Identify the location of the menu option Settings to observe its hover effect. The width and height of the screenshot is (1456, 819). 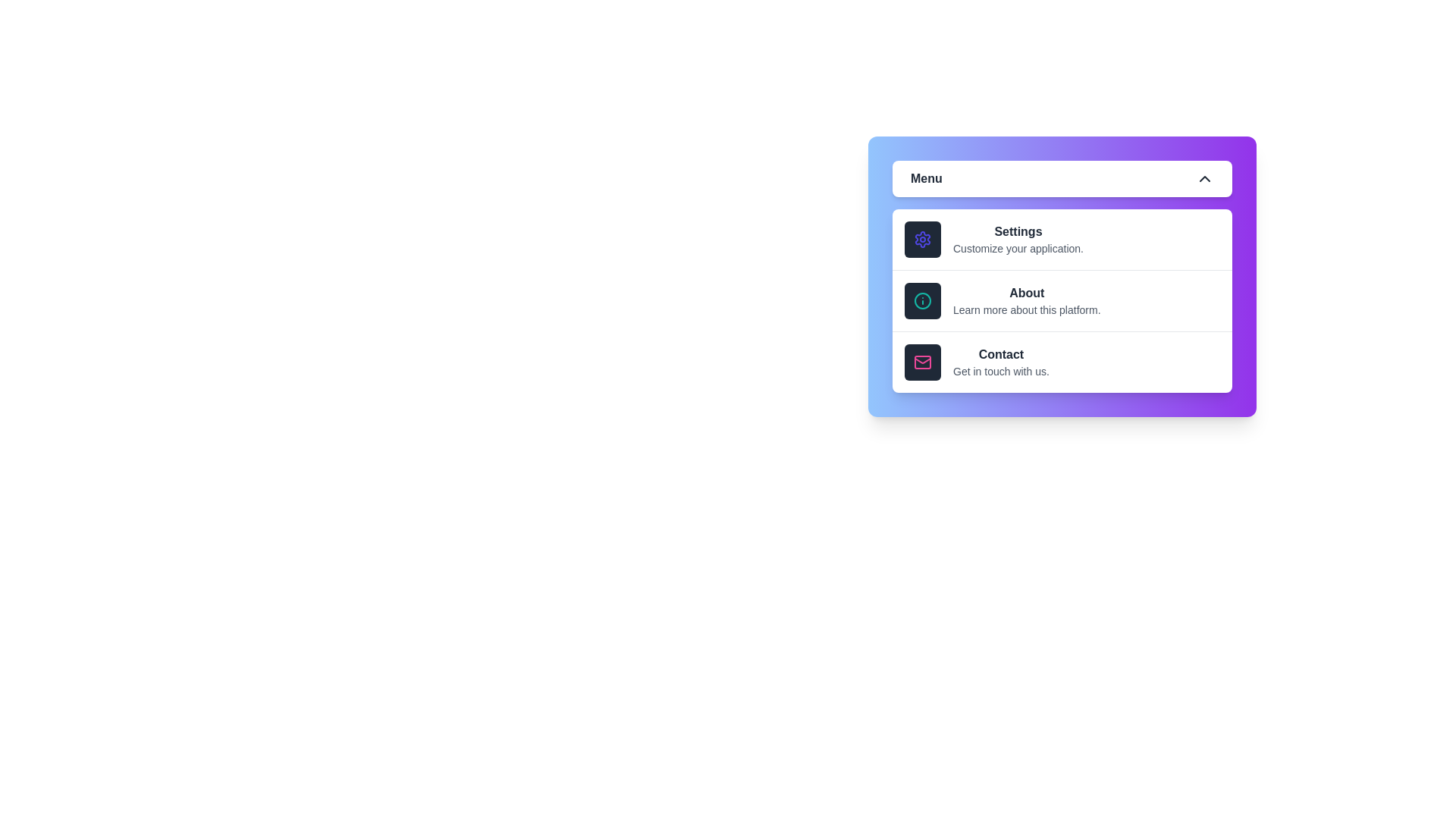
(1062, 239).